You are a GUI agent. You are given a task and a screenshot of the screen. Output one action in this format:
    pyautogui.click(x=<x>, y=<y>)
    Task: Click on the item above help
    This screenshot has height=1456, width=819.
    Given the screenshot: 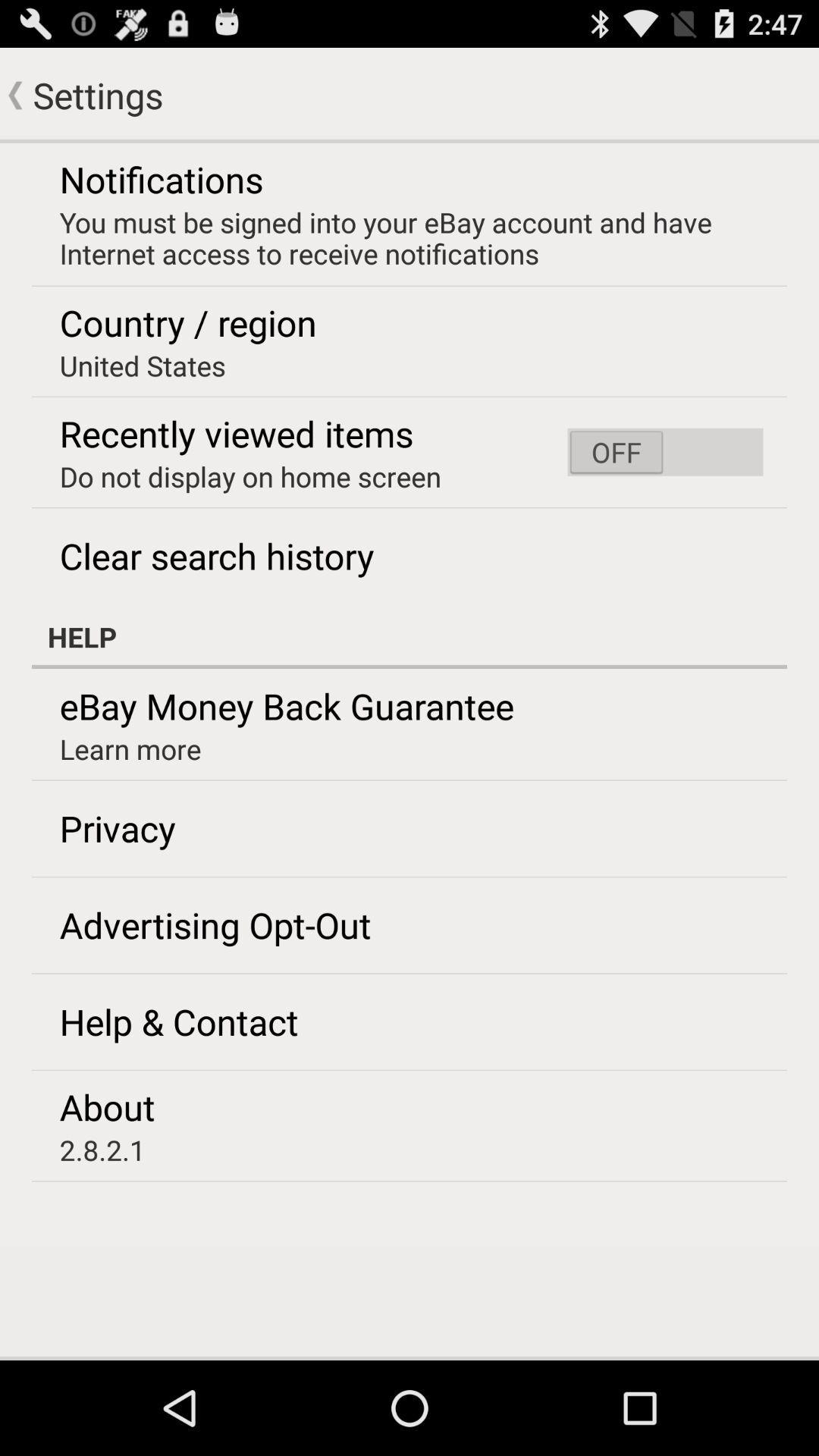 What is the action you would take?
    pyautogui.click(x=664, y=451)
    